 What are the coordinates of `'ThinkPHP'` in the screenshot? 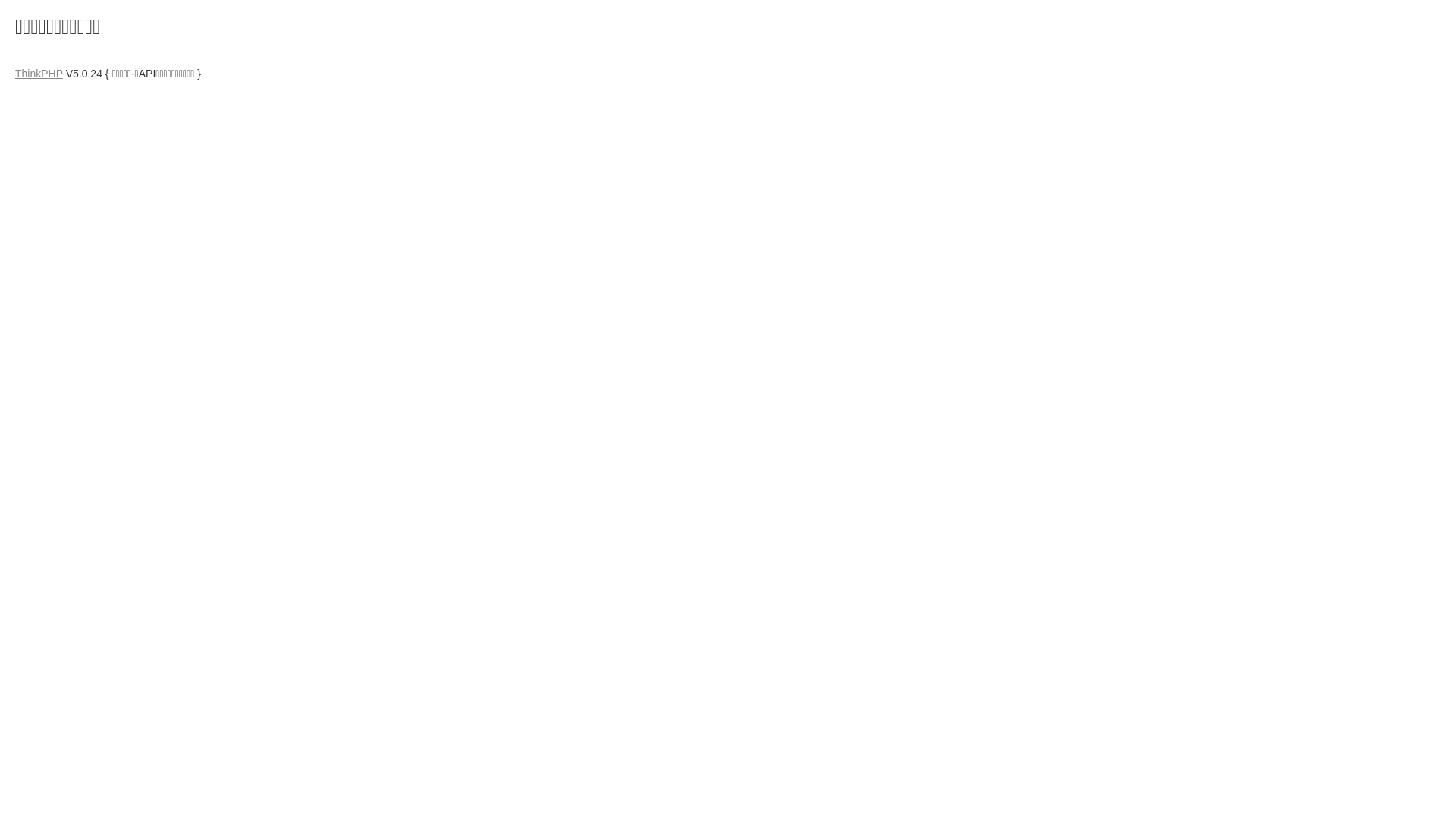 It's located at (39, 73).